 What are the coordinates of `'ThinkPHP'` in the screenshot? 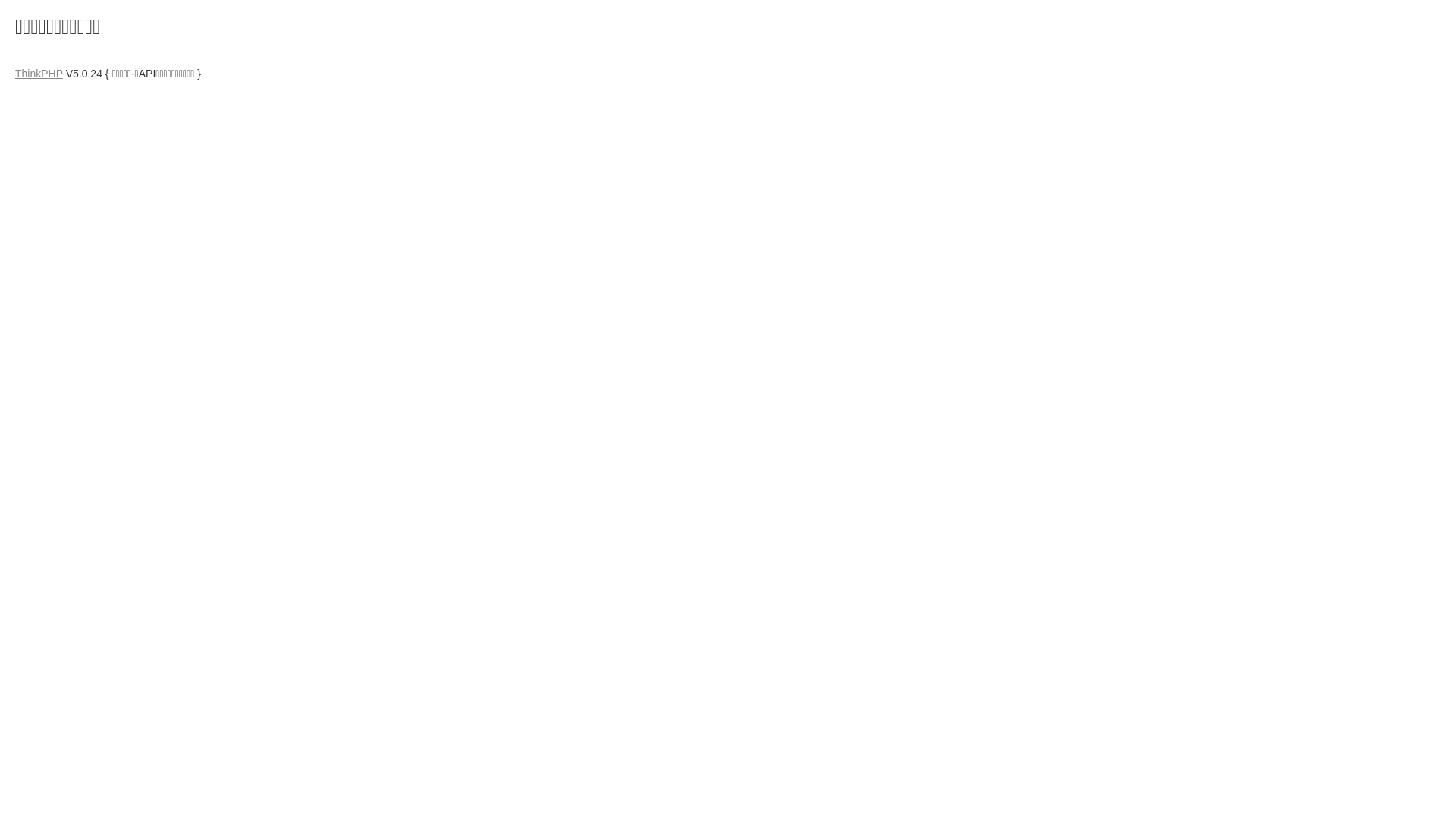 It's located at (39, 73).